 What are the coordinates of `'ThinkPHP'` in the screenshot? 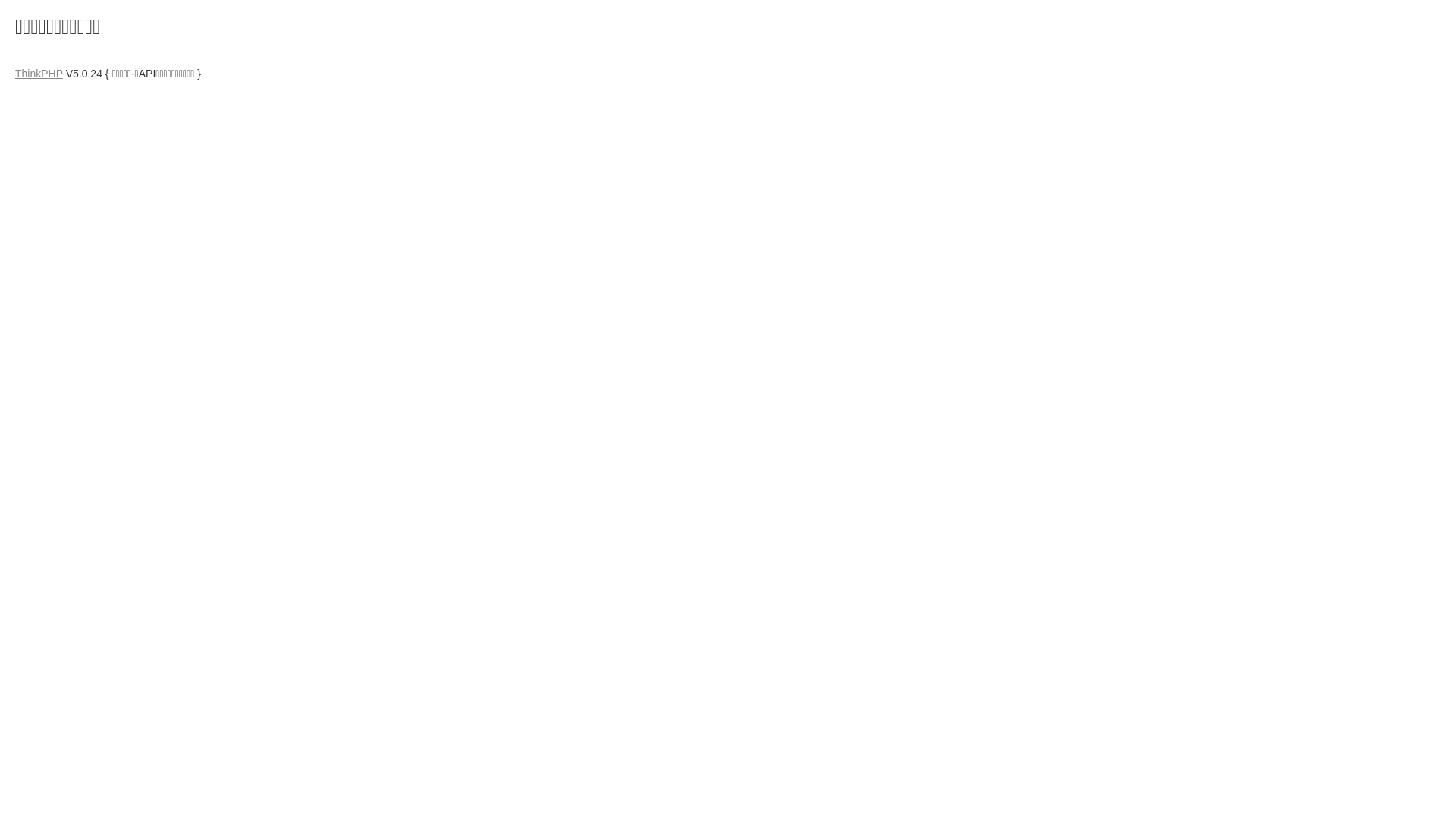 It's located at (39, 73).